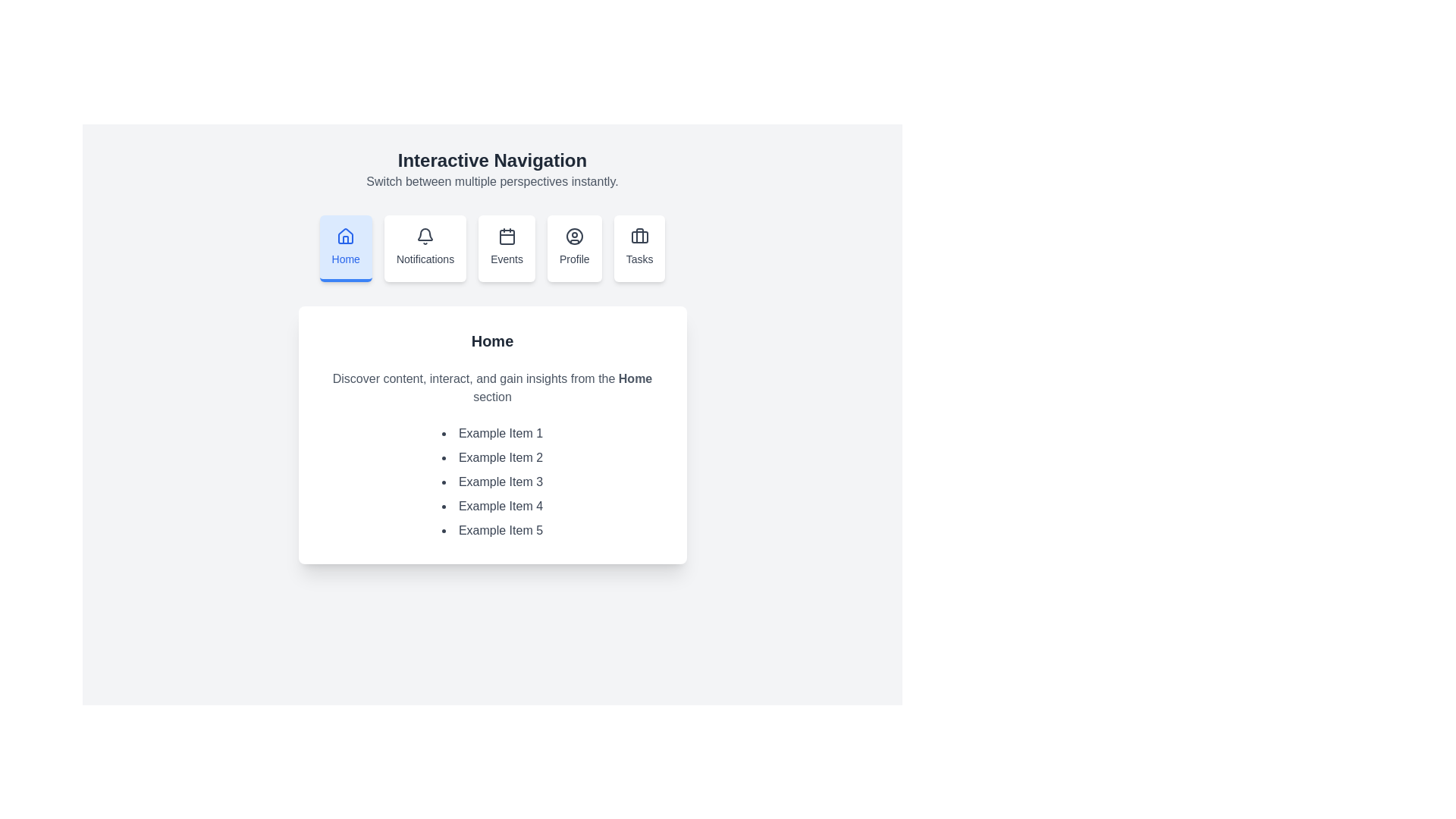 The height and width of the screenshot is (819, 1456). I want to click on the text label that serves as a navigation item identifier, located beneath the house icon in the horizontal navigation bar on the left side of the interface, so click(345, 259).